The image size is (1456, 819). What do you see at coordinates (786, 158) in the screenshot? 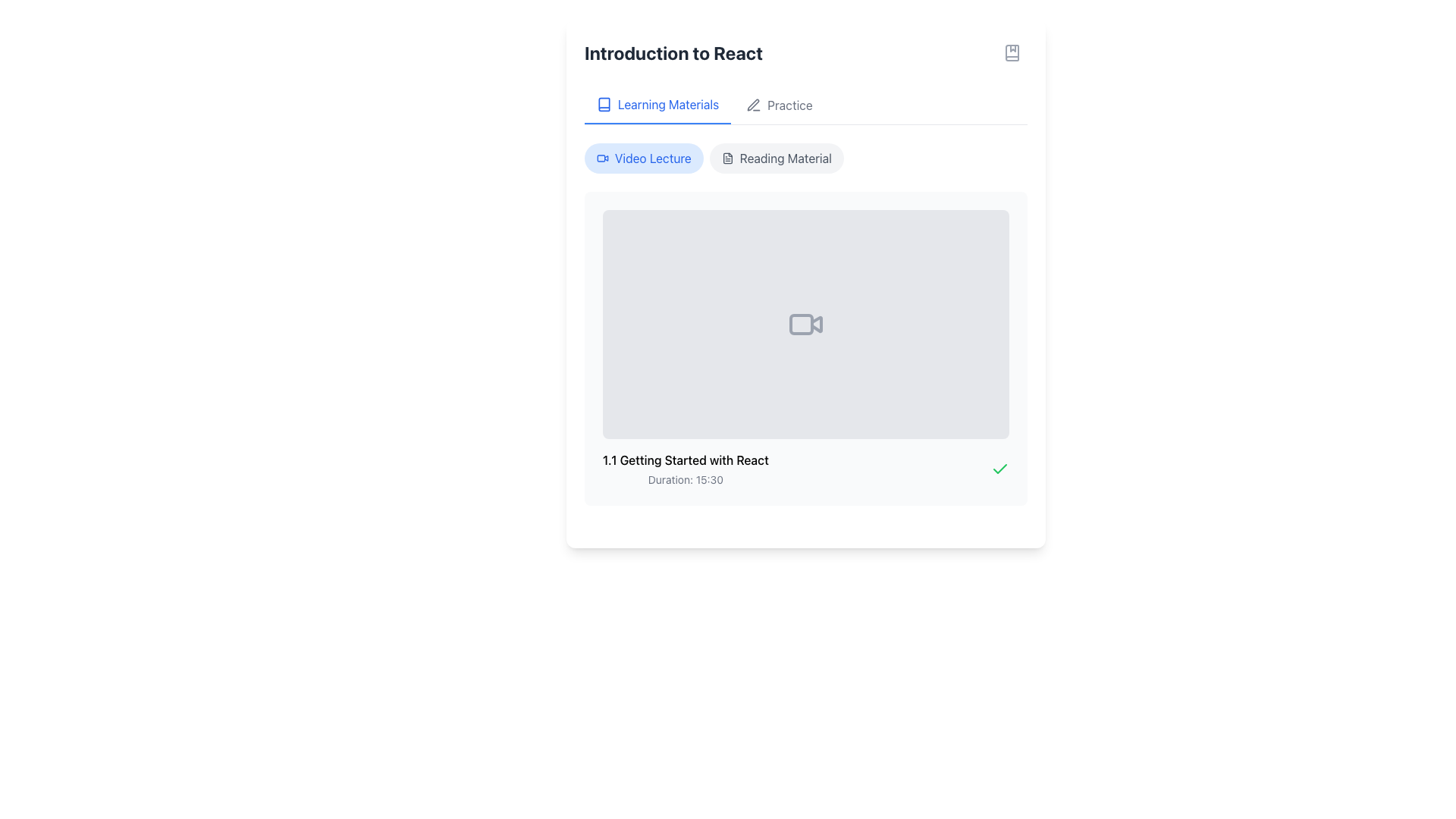
I see `the text label or menu option that provides access to reading materials, located as the third item from the left in a horizontal group, to the right of the 'Video Lecture' element` at bounding box center [786, 158].